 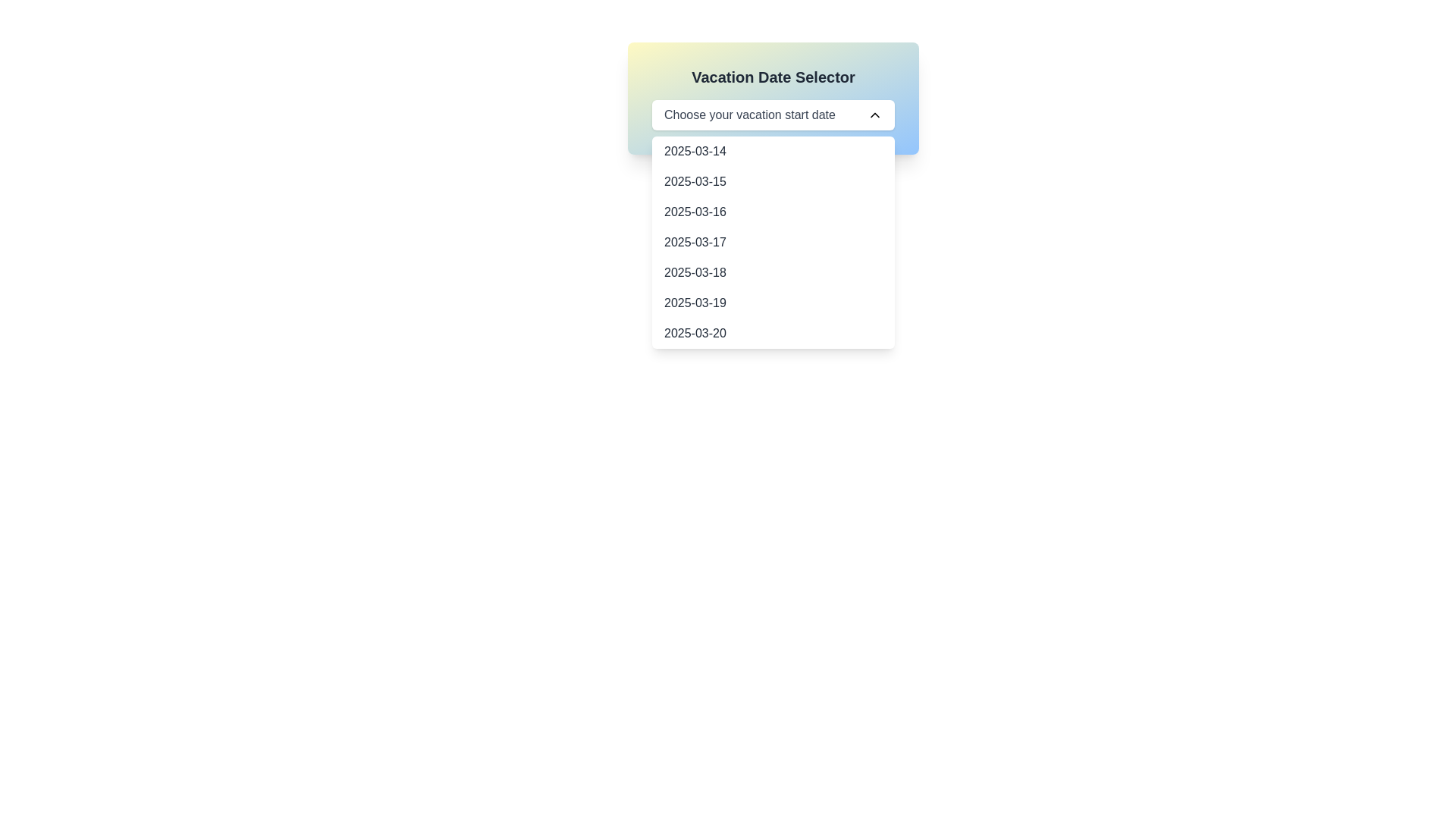 I want to click on the selectable dropdown item displaying the date '2025-03-17', so click(x=694, y=242).